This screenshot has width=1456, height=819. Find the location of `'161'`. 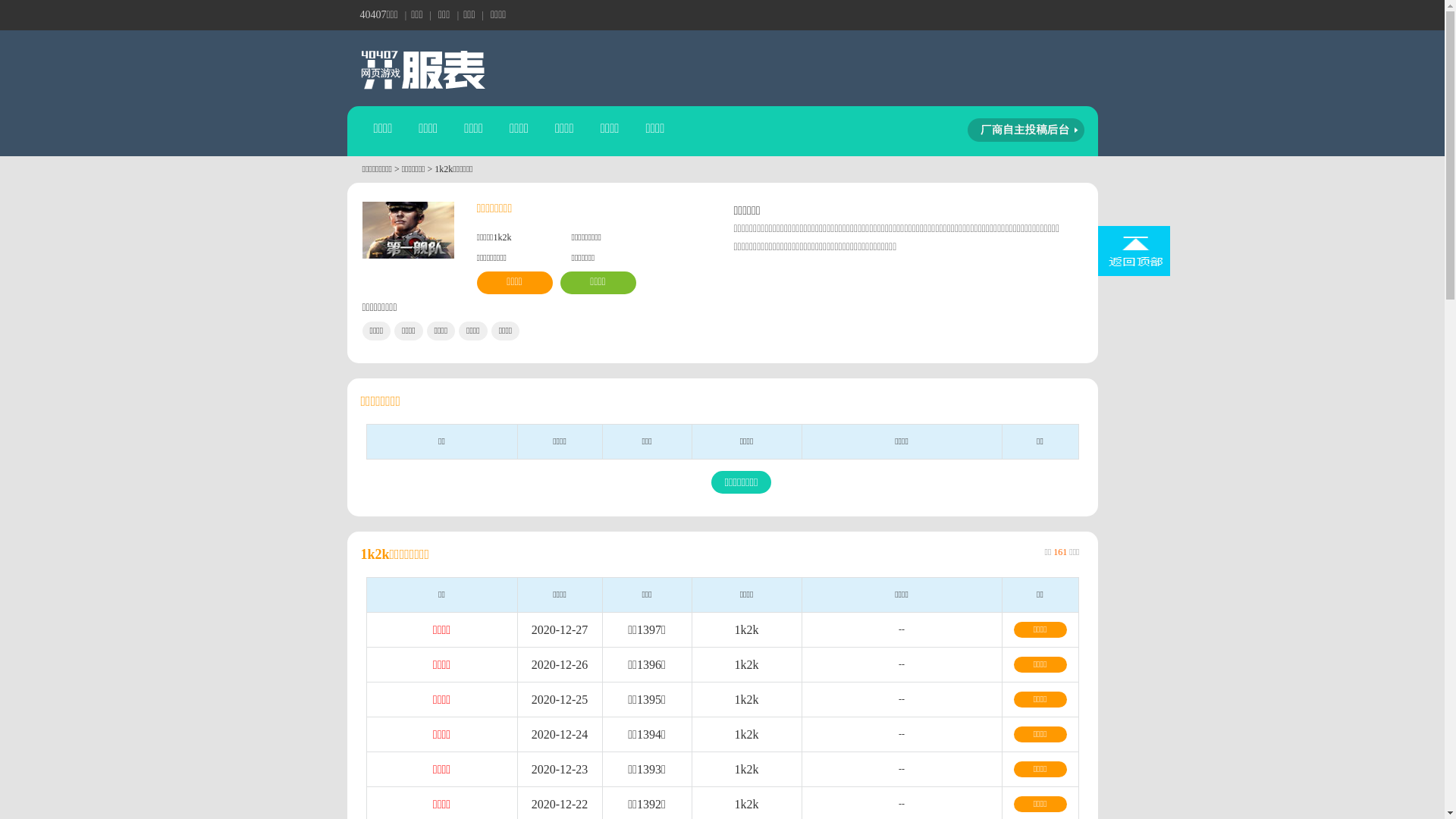

'161' is located at coordinates (1059, 552).